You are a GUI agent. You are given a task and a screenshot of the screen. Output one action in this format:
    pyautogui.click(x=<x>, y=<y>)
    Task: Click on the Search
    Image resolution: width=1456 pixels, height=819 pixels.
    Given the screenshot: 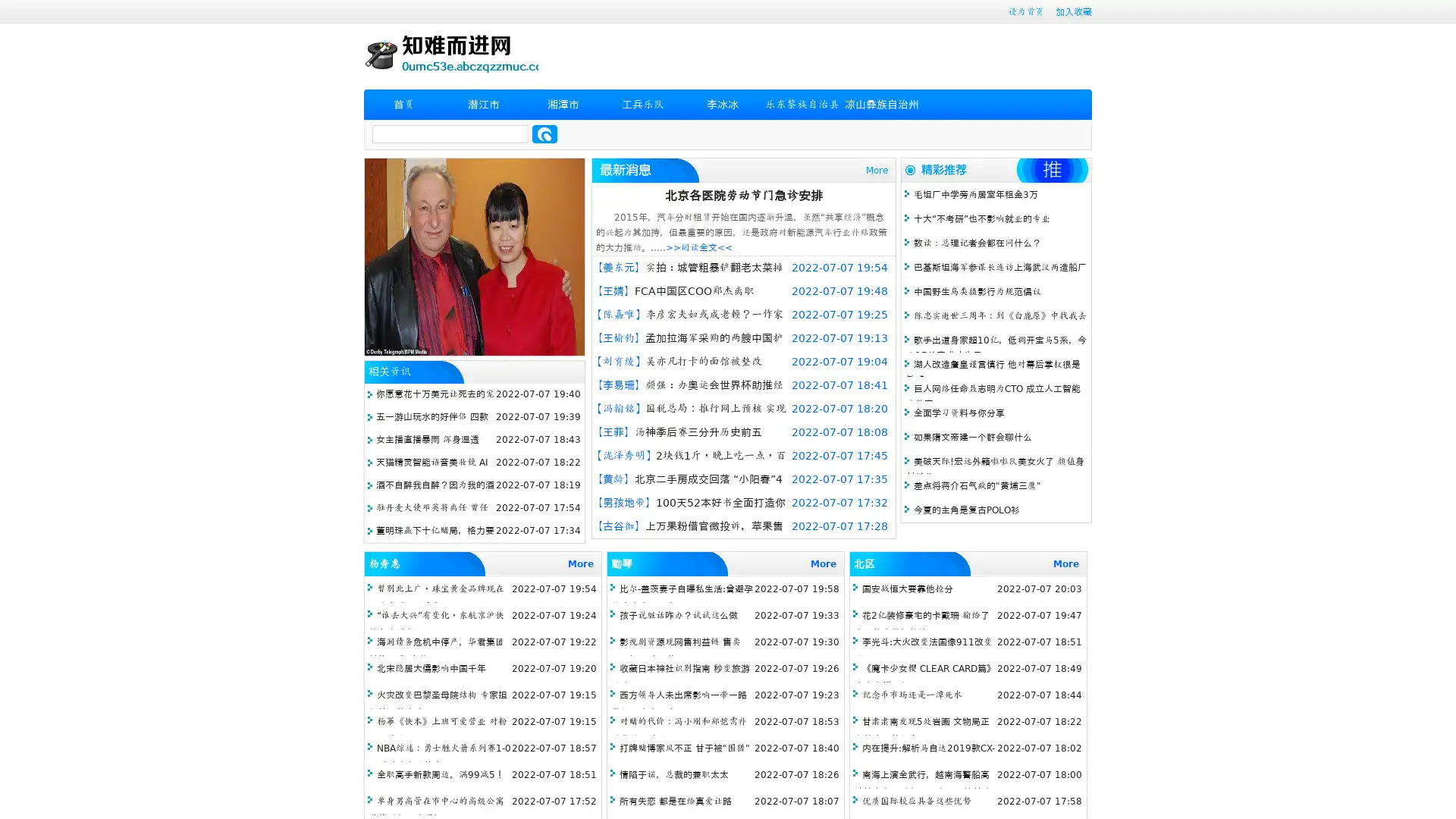 What is the action you would take?
    pyautogui.click(x=544, y=133)
    